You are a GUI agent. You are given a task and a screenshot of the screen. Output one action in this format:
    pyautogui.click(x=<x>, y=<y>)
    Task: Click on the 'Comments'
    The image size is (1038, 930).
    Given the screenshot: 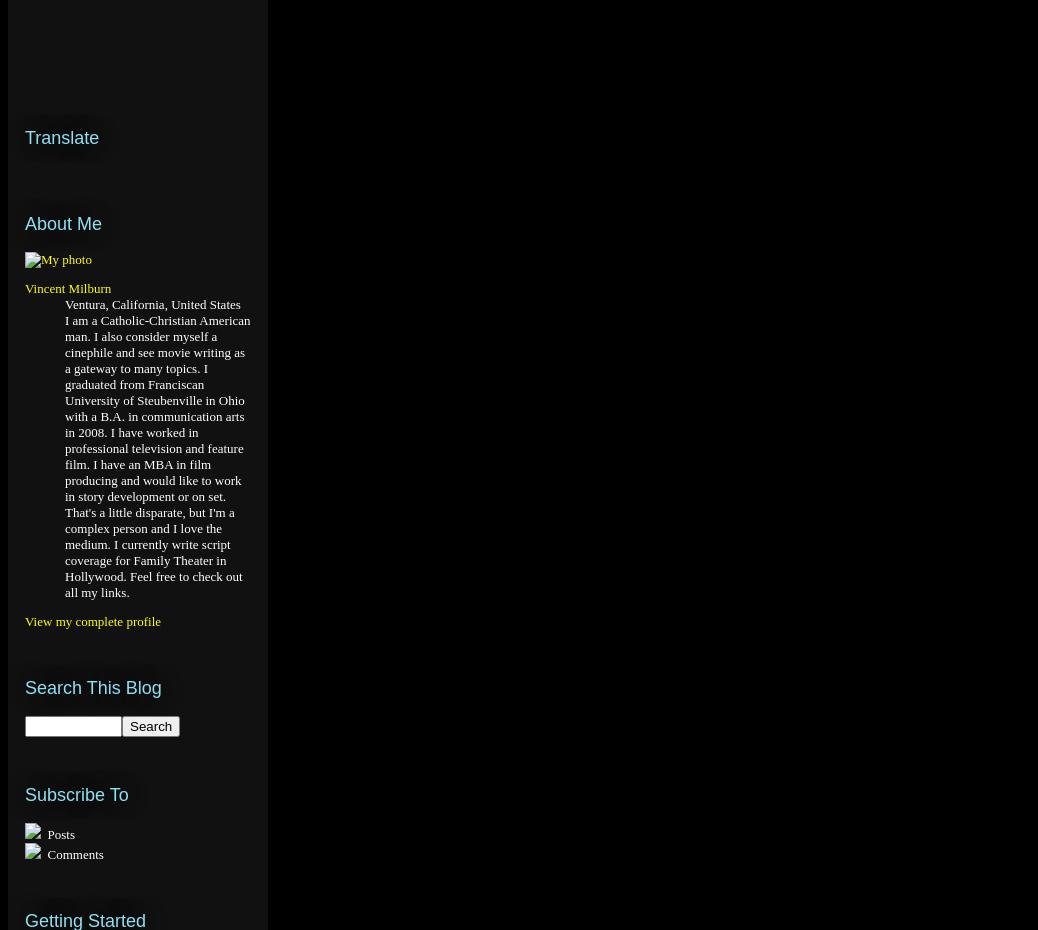 What is the action you would take?
    pyautogui.click(x=43, y=852)
    